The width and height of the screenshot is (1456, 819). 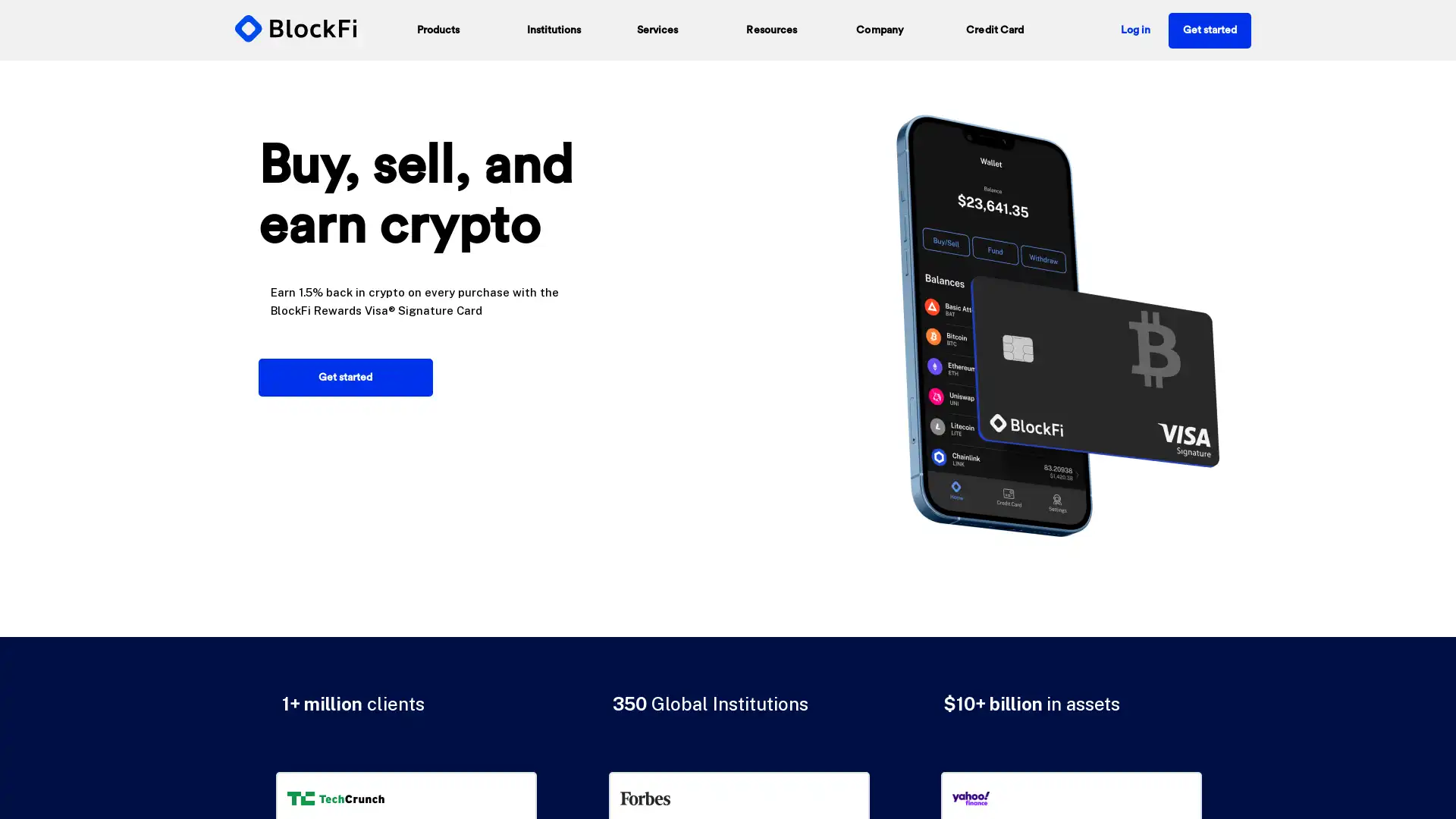 I want to click on Join BlockFi, so click(x=728, y=299).